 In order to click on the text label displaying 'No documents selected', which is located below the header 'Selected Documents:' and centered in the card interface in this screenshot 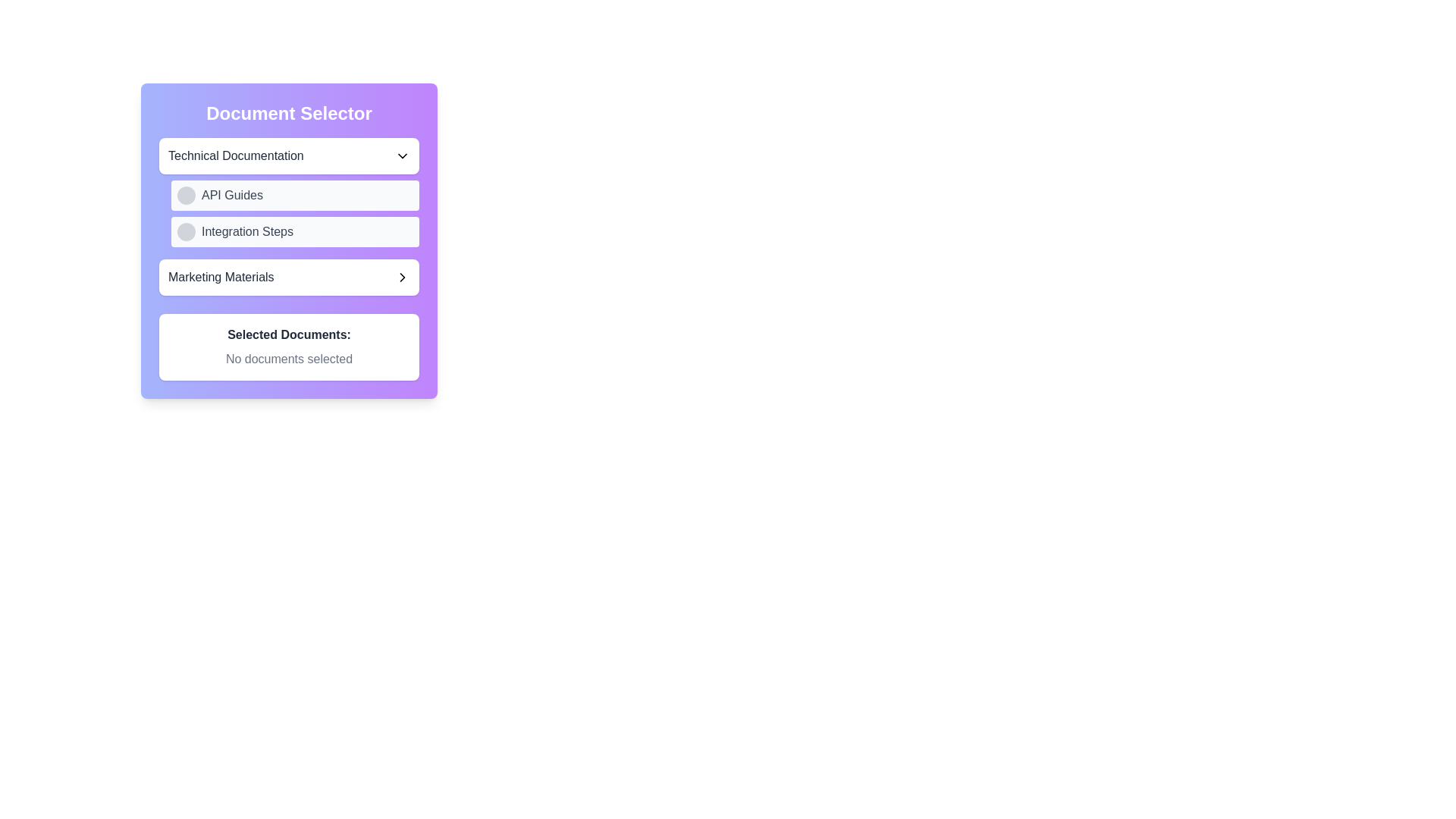, I will do `click(289, 359)`.